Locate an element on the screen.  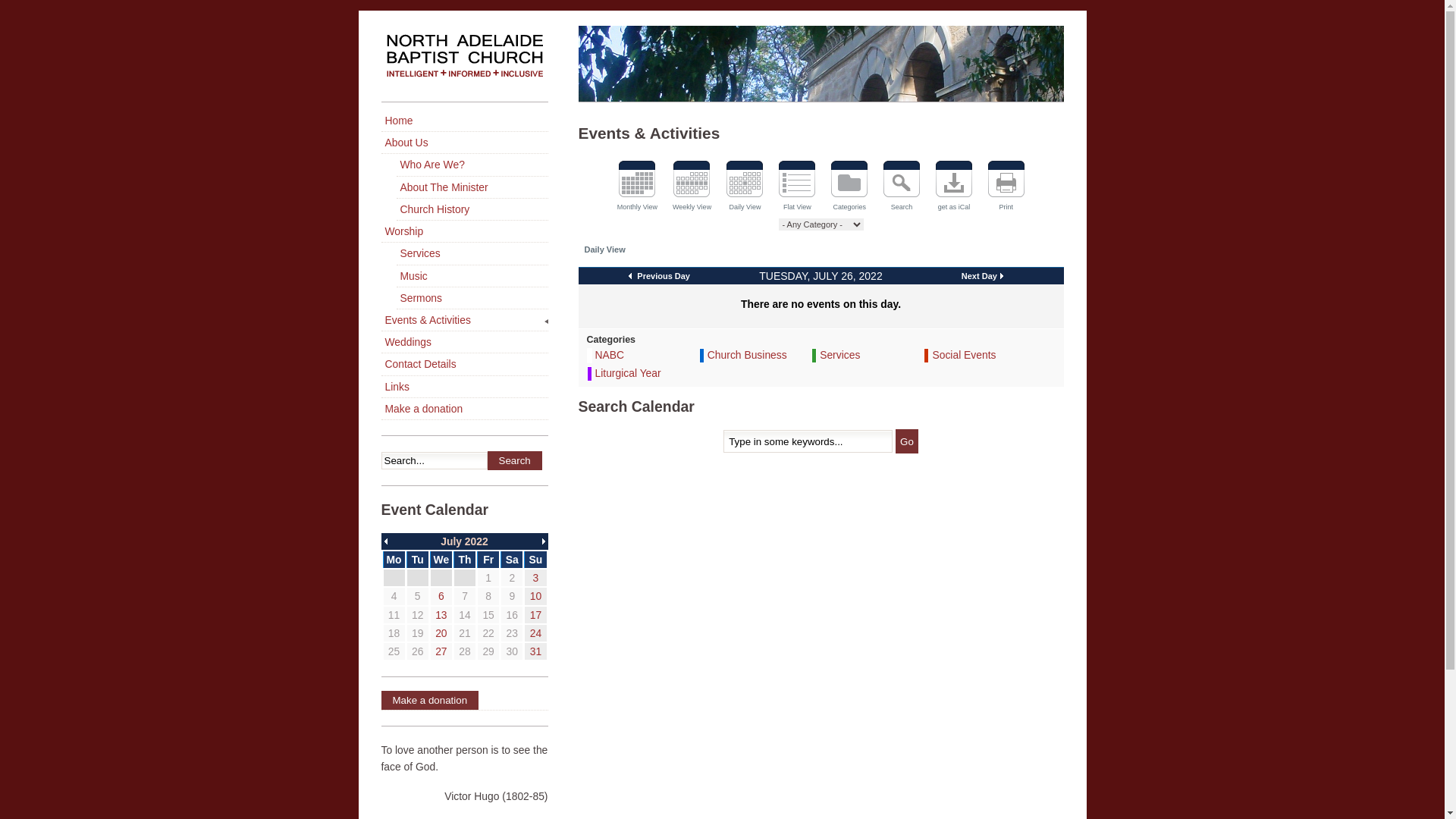
'Social Events' is located at coordinates (963, 354).